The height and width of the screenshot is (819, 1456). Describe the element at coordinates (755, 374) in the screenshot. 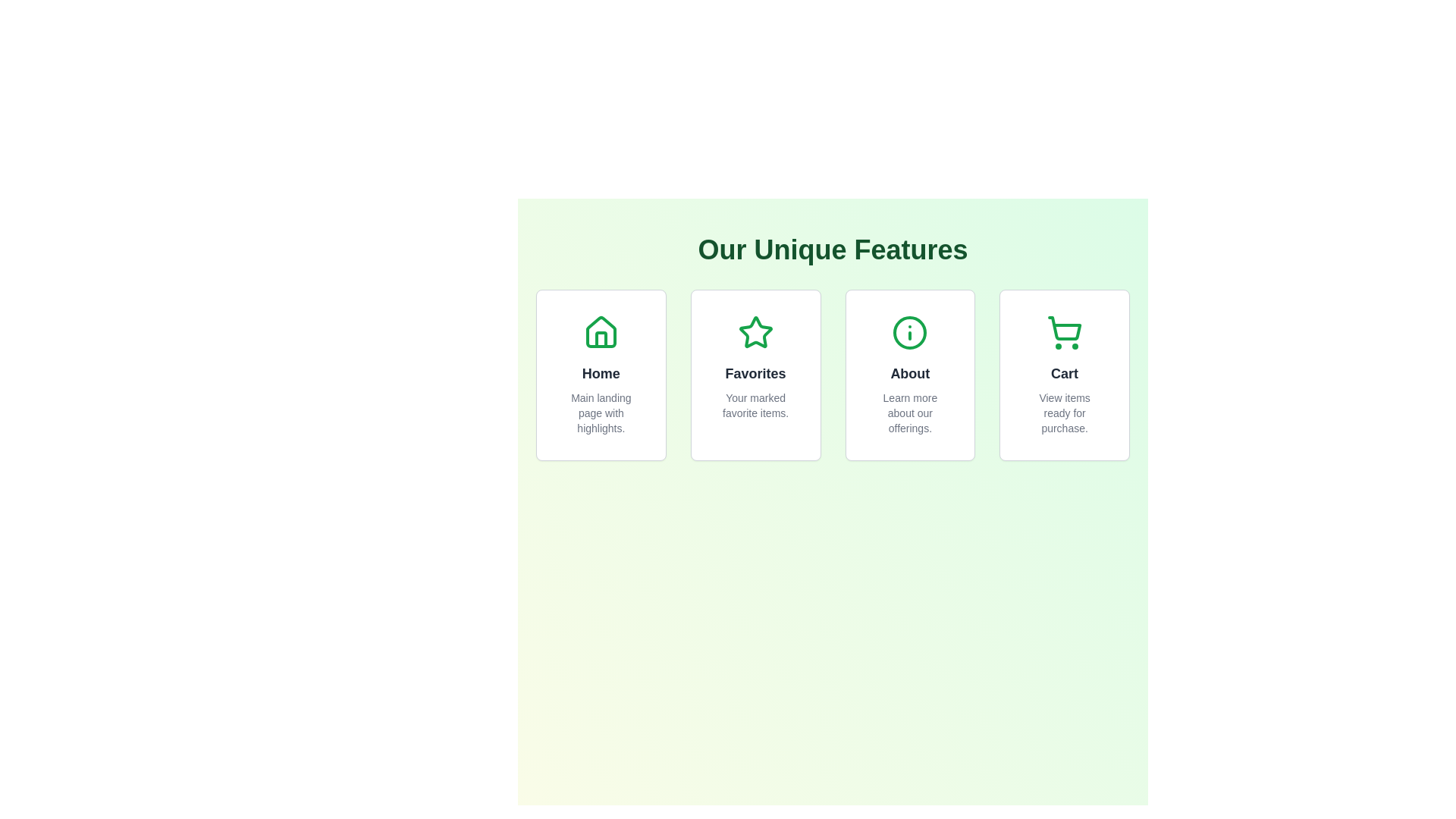

I see `the static text label 'Favorites', which is styled with a bold font and positioned centrally within a card layout` at that location.